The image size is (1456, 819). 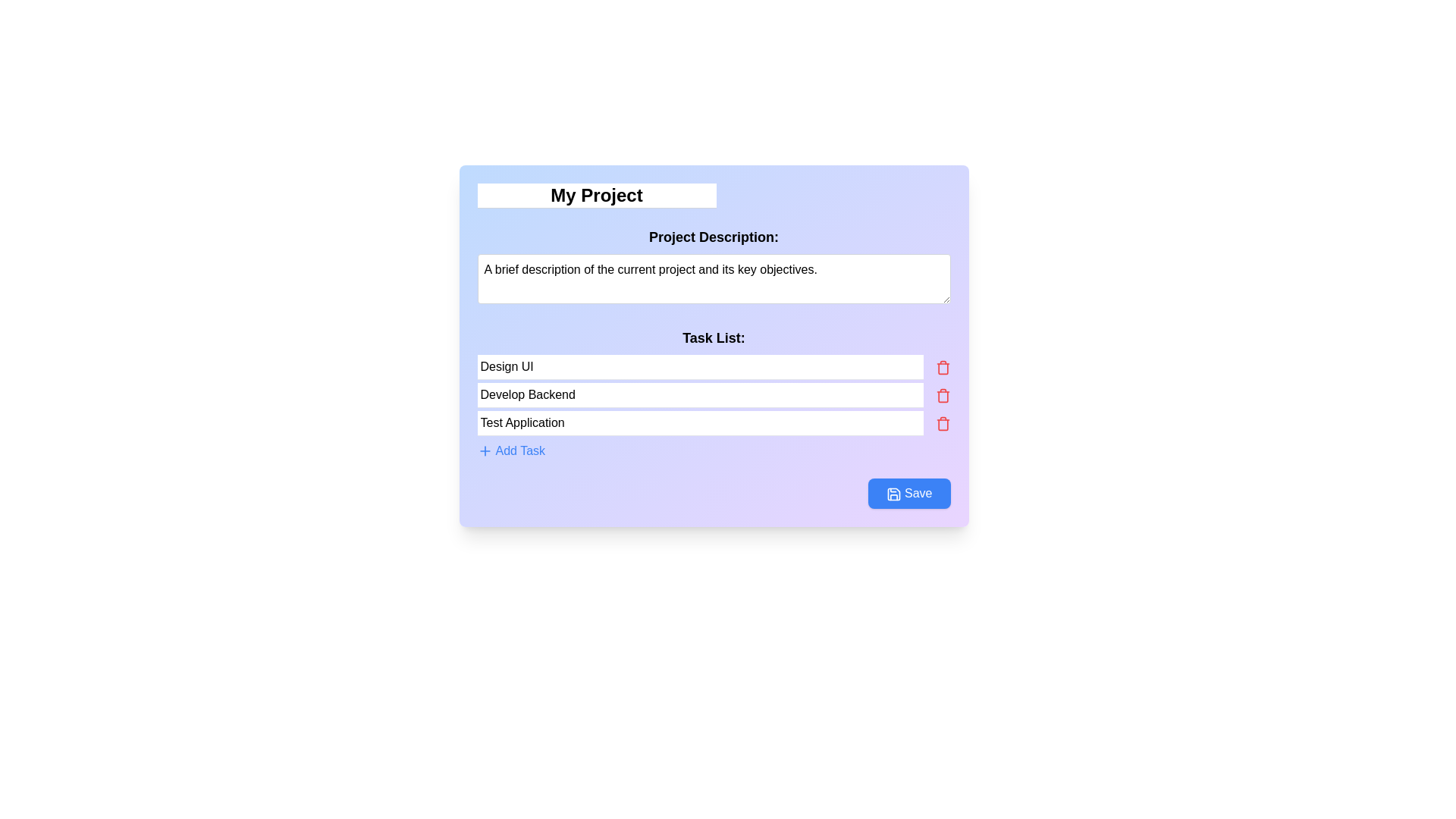 I want to click on the heading text element that indicates the task list section, which is centrally aligned below the 'Project Description' and above the task input fields, so click(x=713, y=346).